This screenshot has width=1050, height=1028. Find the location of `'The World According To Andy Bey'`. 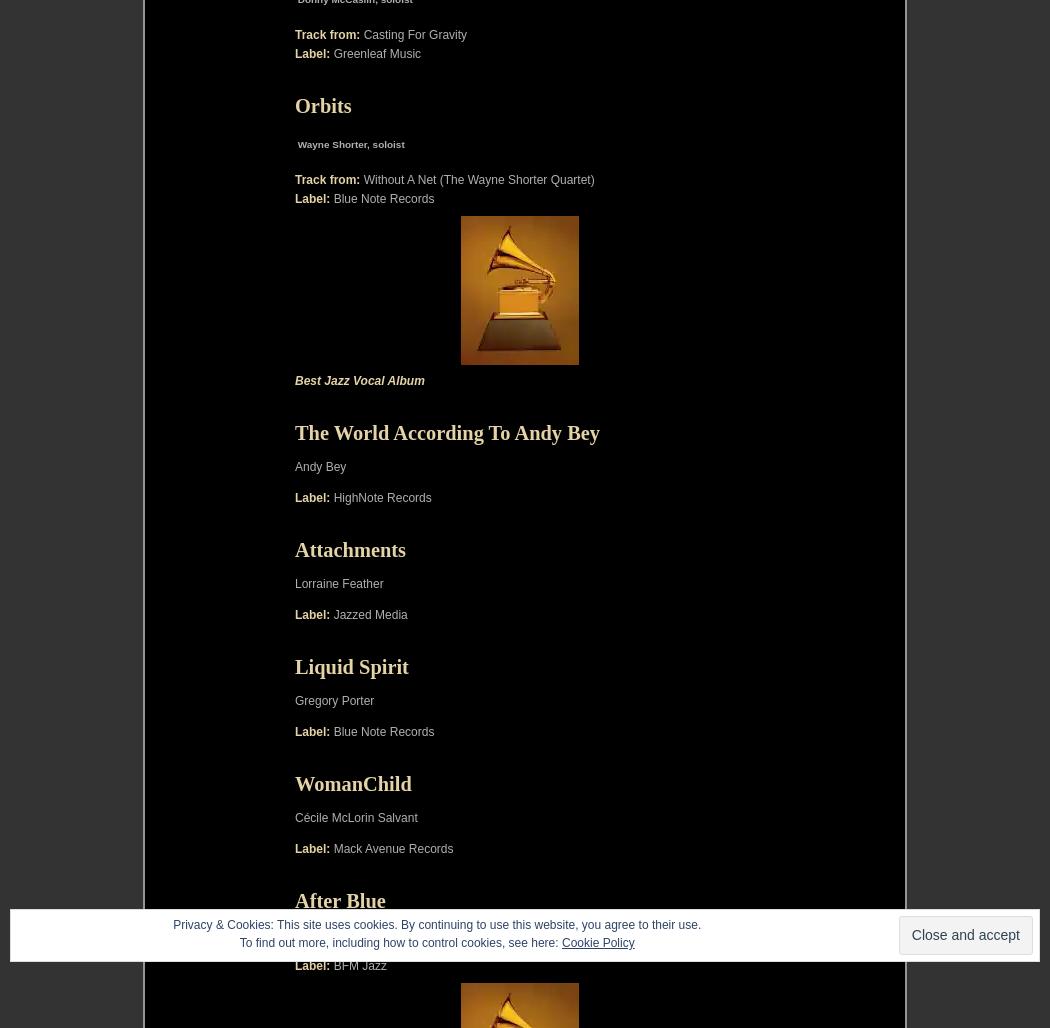

'The World According To Andy Bey' is located at coordinates (446, 432).